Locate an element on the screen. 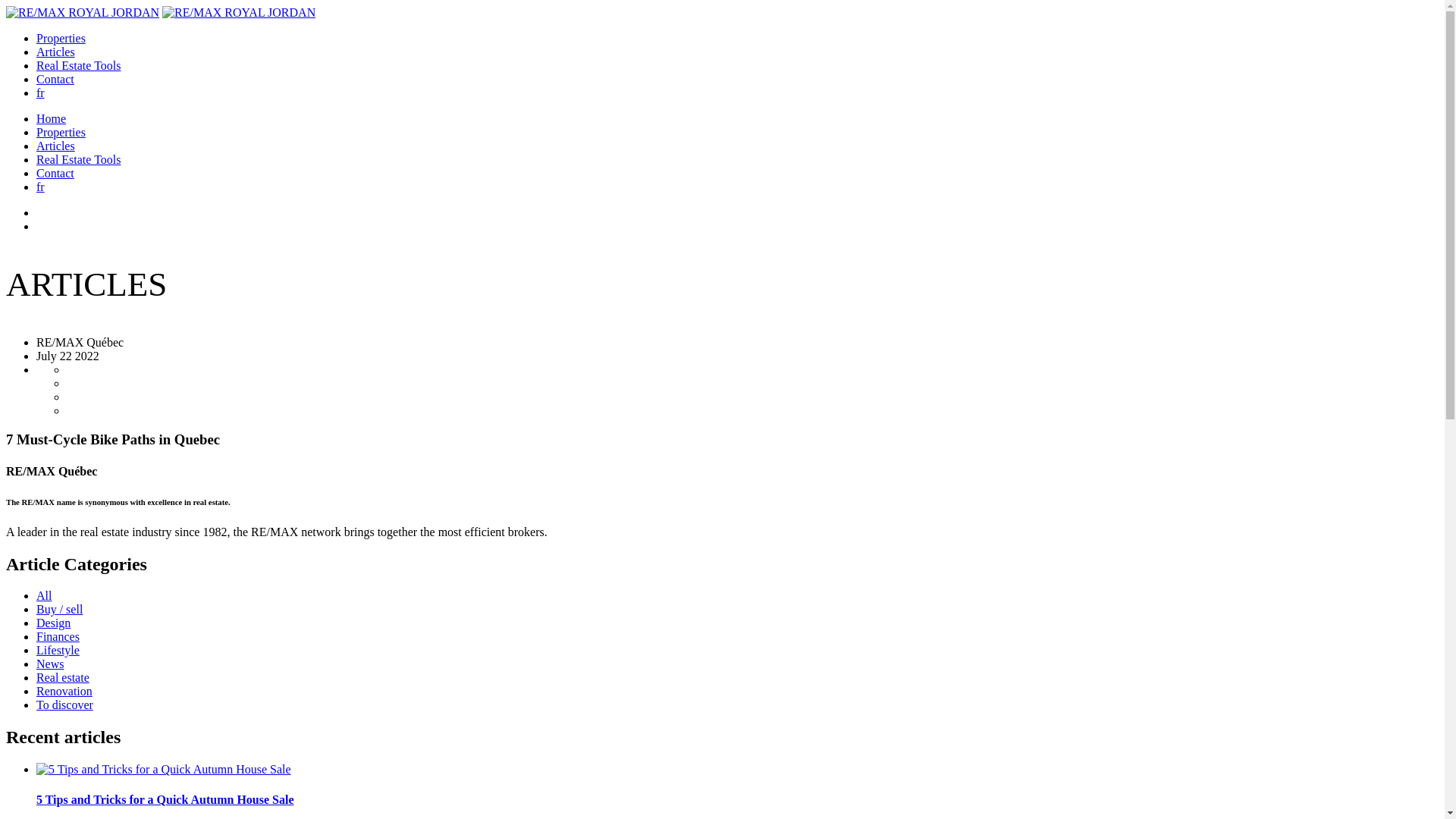 The height and width of the screenshot is (819, 1456). 'fr' is located at coordinates (36, 186).